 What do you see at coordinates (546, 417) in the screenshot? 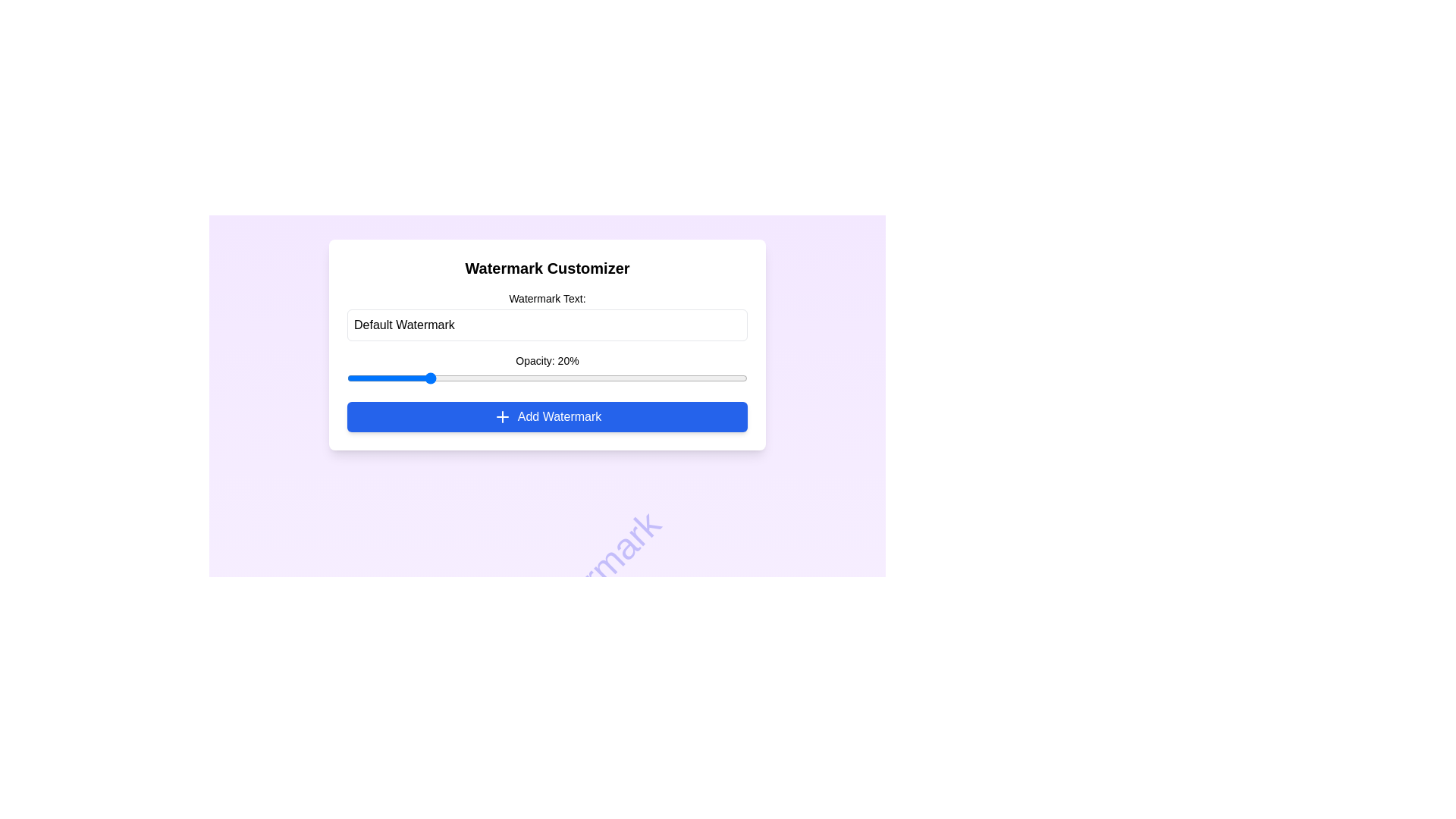
I see `the 'Apply Watermark' button located at the bottom of the 'Watermark Customizer' section to apply the configured watermark settings` at bounding box center [546, 417].